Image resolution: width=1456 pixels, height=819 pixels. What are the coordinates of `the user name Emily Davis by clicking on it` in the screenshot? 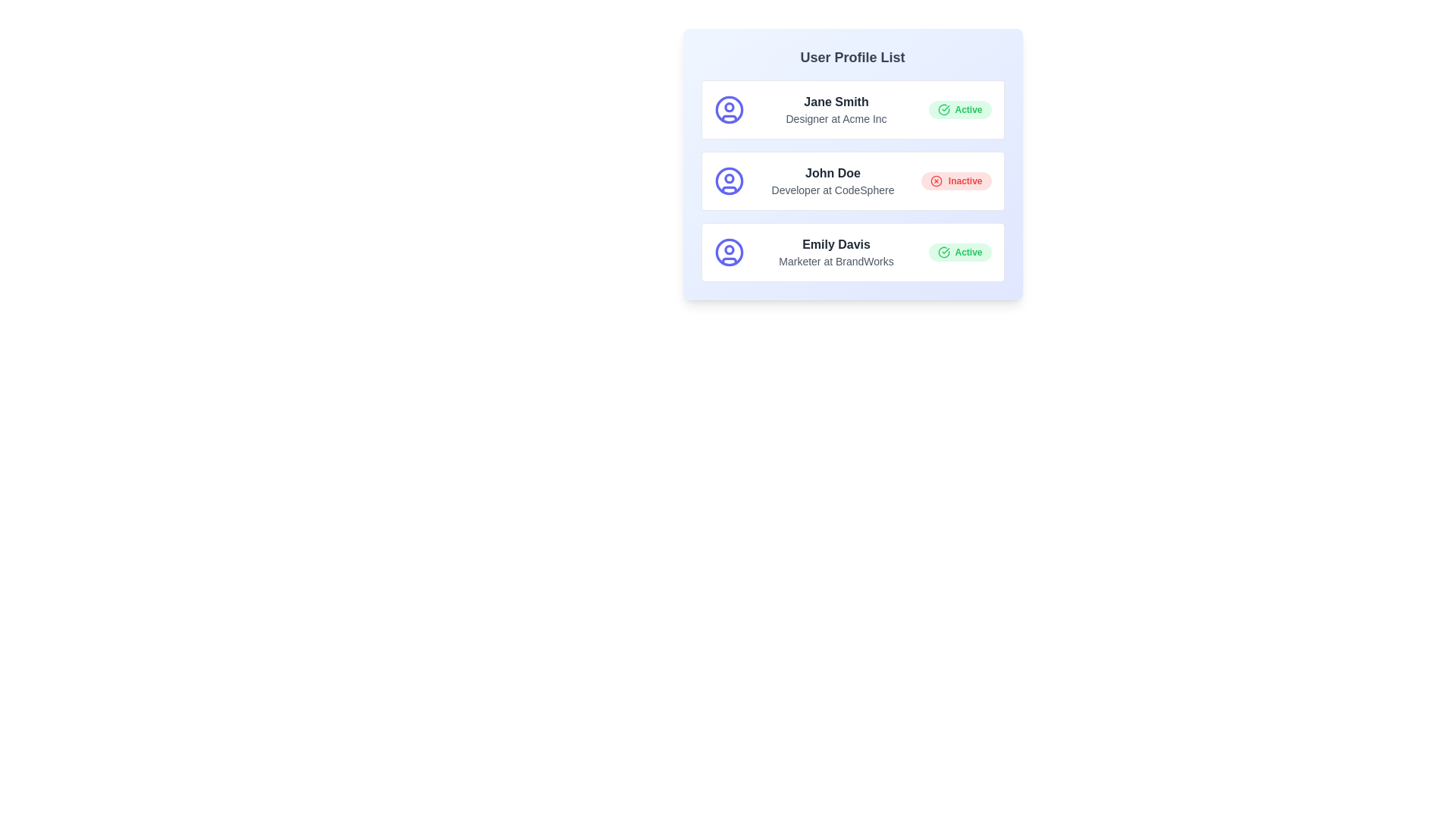 It's located at (836, 244).